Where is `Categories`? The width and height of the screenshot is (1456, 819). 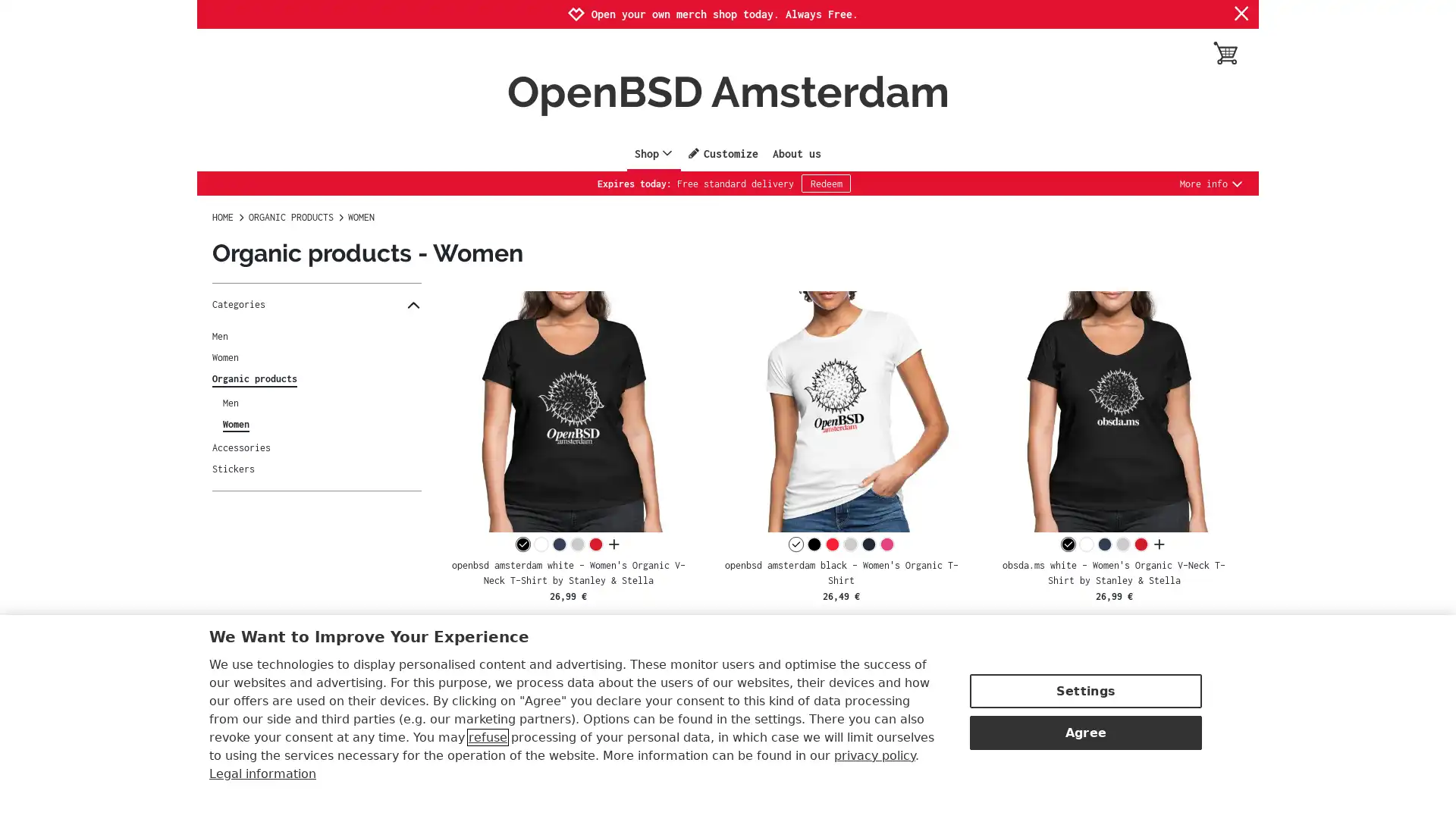
Categories is located at coordinates (315, 304).